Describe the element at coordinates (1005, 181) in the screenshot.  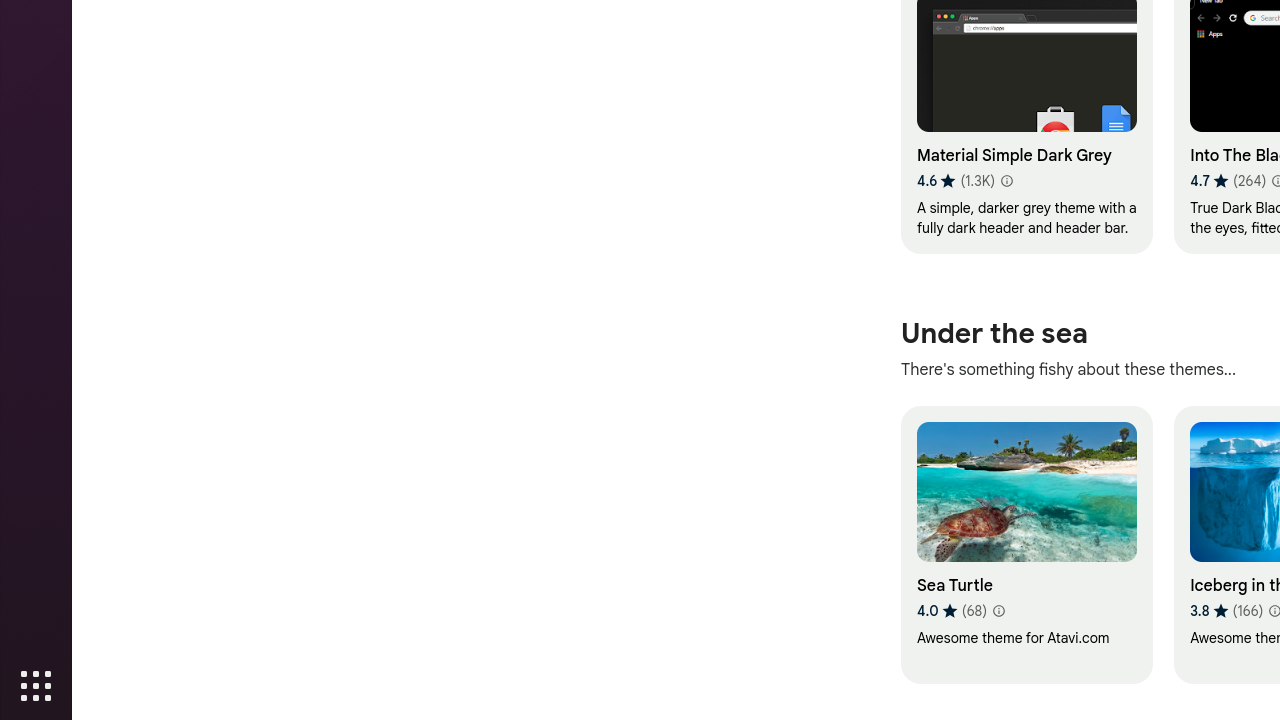
I see `'Learn more about results and reviews "Material Simple Dark Grey"'` at that location.